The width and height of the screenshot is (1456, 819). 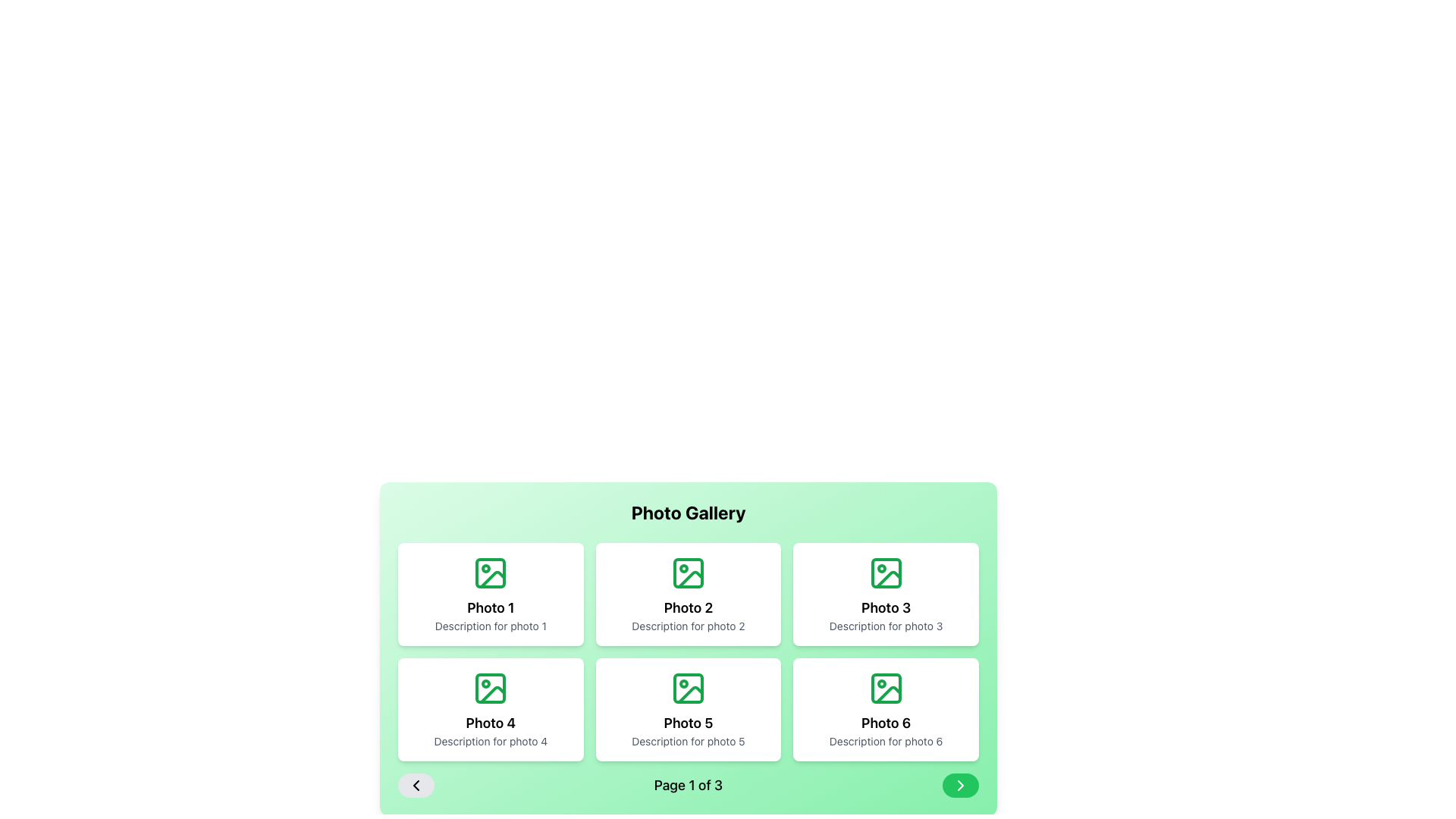 I want to click on text element that provides a descriptive caption for the associated image under the title 'Photo 2' in the 'Photo Gallery' section, so click(x=687, y=626).